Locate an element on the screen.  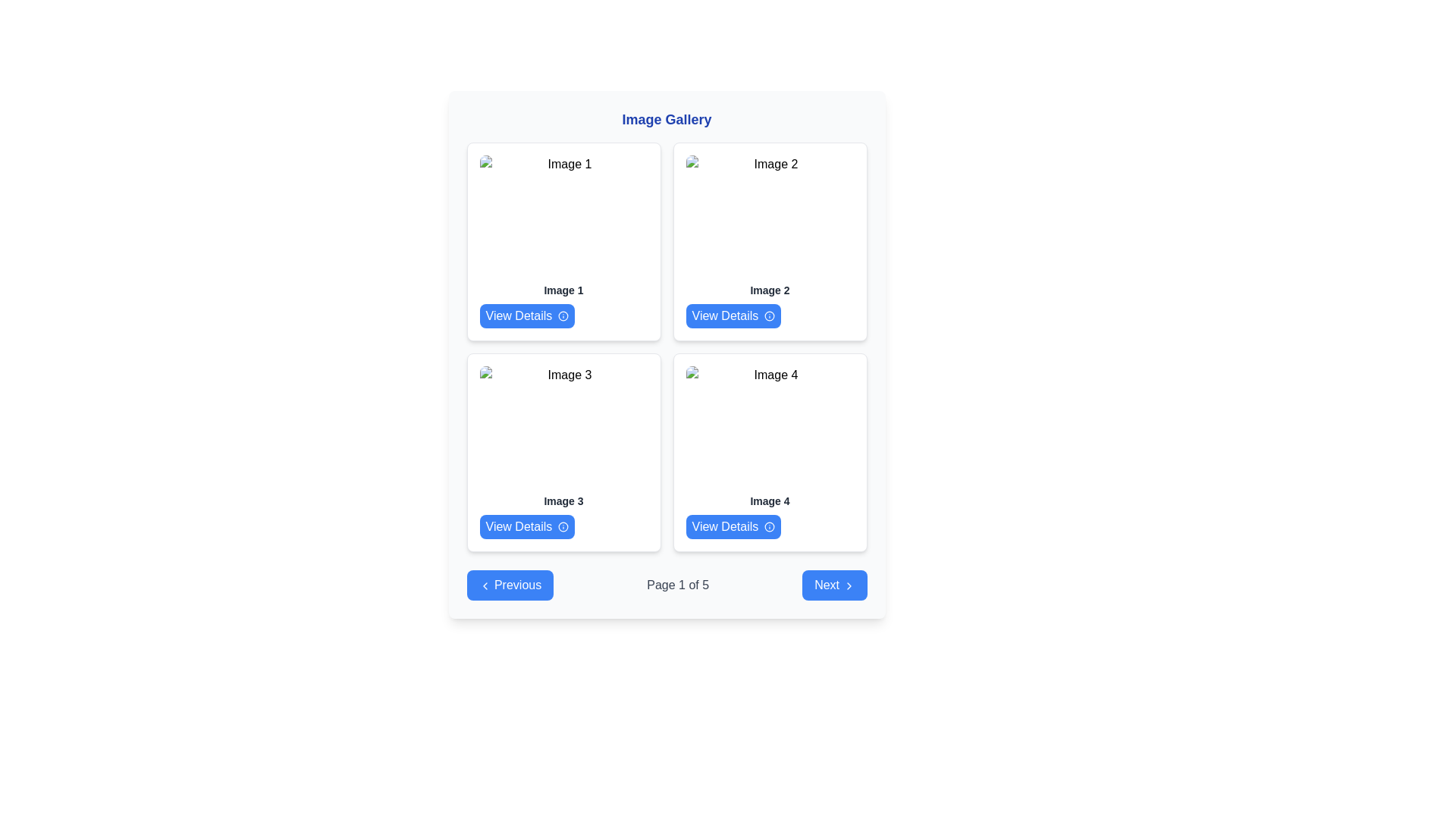
the image displayed in the second card of the first row in the image gallery is located at coordinates (770, 216).